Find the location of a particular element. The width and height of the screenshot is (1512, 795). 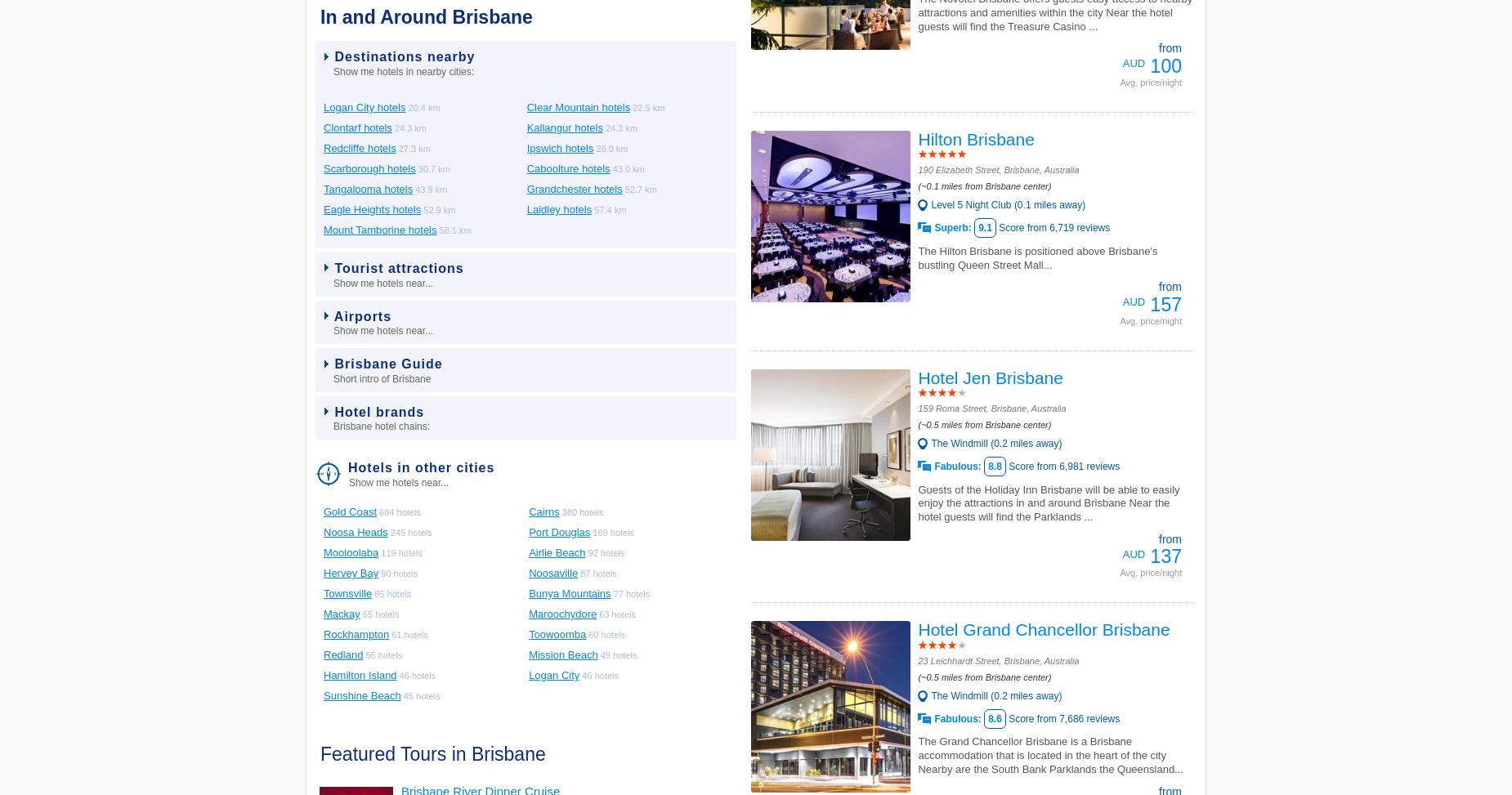

'Tourist attractions' is located at coordinates (396, 268).